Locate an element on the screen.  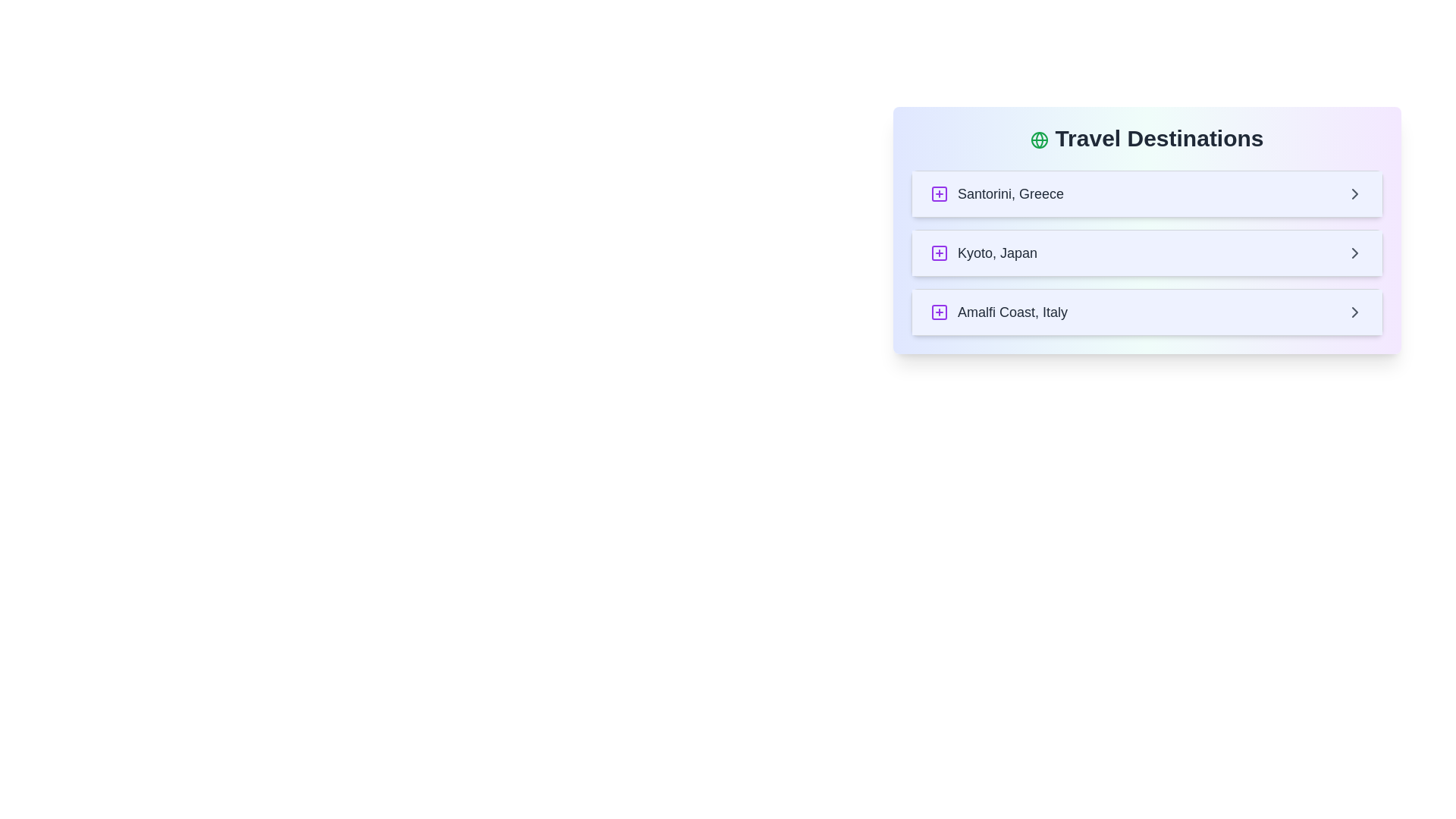
the 'Santorini, Greece' label, which is styled with a large bold font in dark gray and is the first item under the 'Travel Destinations' header is located at coordinates (997, 193).